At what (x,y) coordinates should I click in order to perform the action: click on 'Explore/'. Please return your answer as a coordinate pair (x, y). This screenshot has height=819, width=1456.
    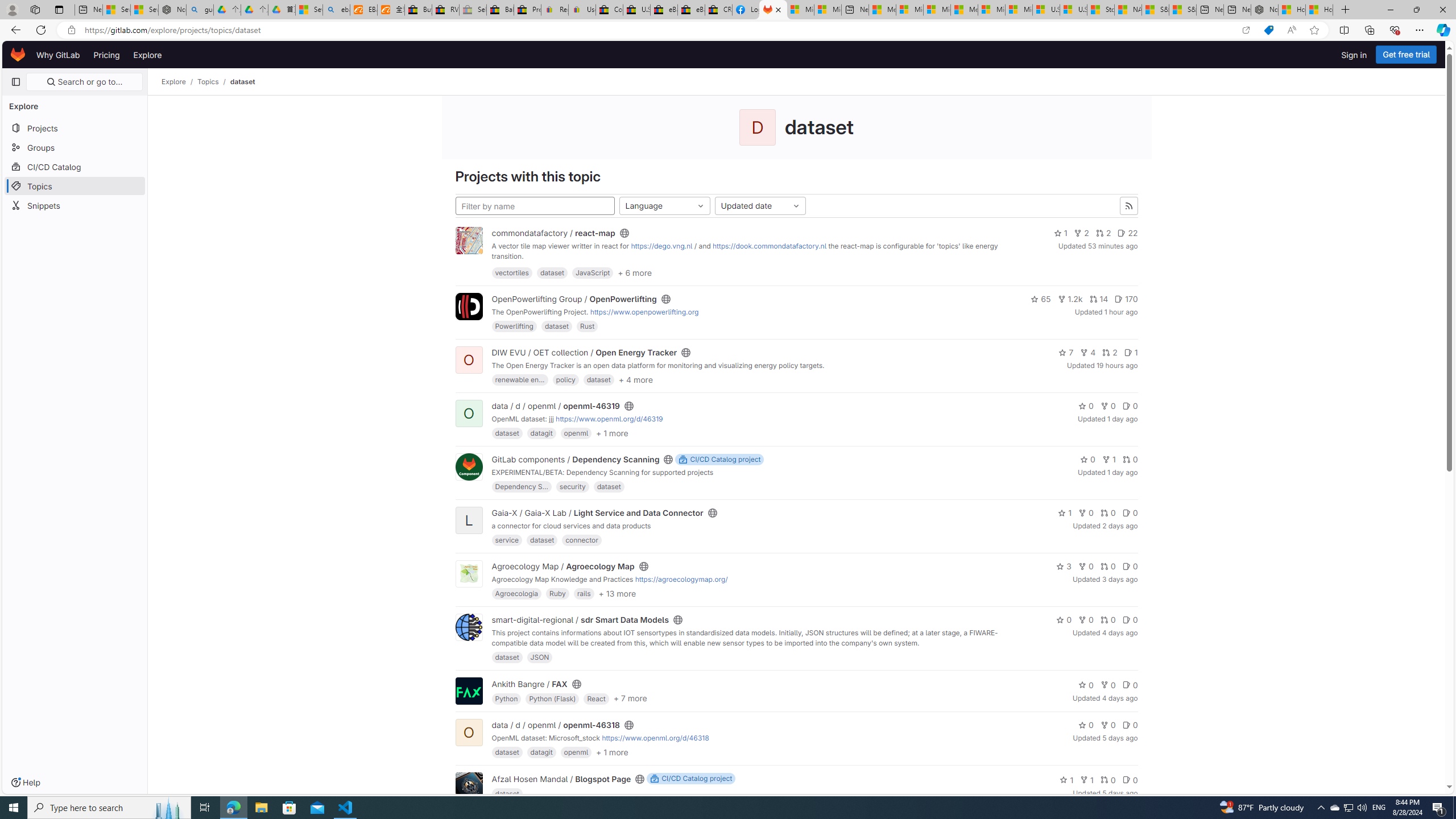
    Looking at the image, I should click on (179, 81).